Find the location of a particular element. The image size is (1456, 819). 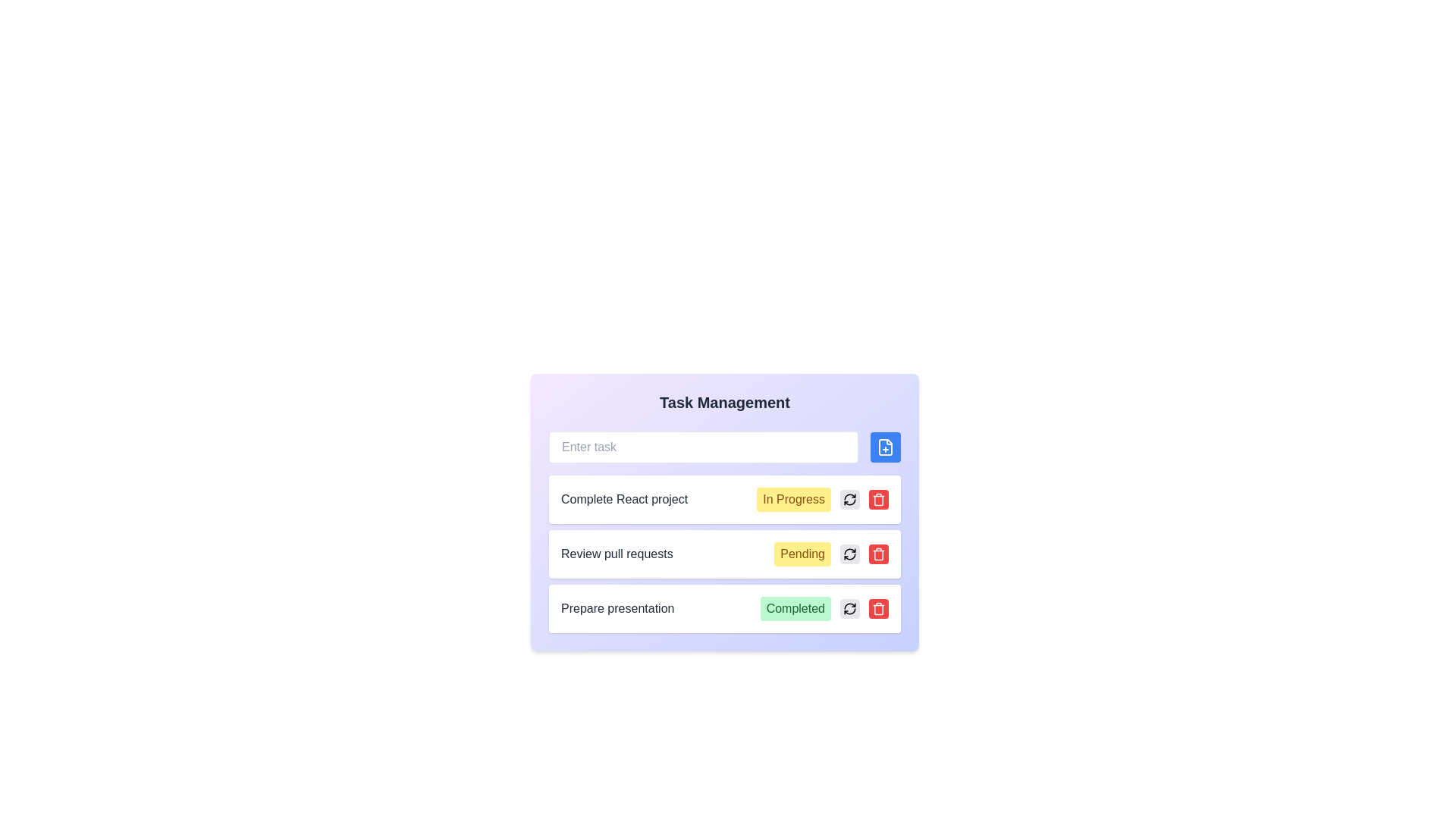

the delete button on the Task entry component labeled 'Prepare presentation' is located at coordinates (723, 607).